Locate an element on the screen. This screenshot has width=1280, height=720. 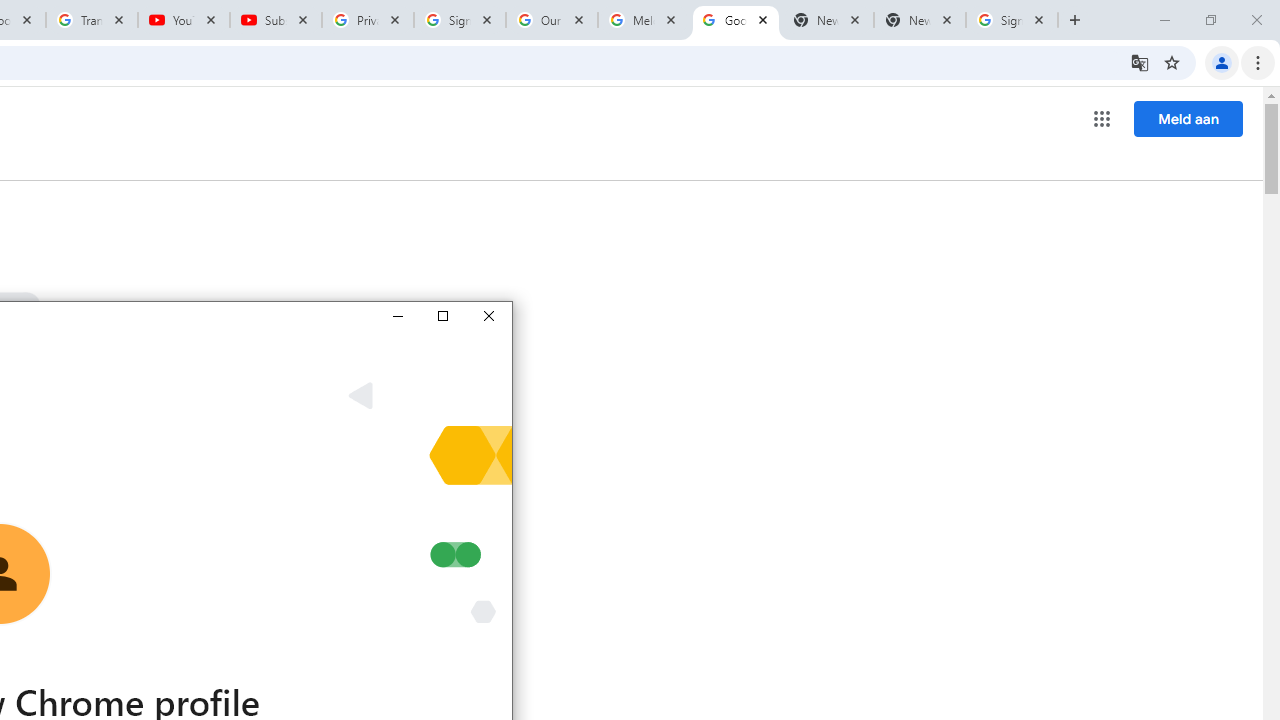
'Google-programme' is located at coordinates (1101, 119).